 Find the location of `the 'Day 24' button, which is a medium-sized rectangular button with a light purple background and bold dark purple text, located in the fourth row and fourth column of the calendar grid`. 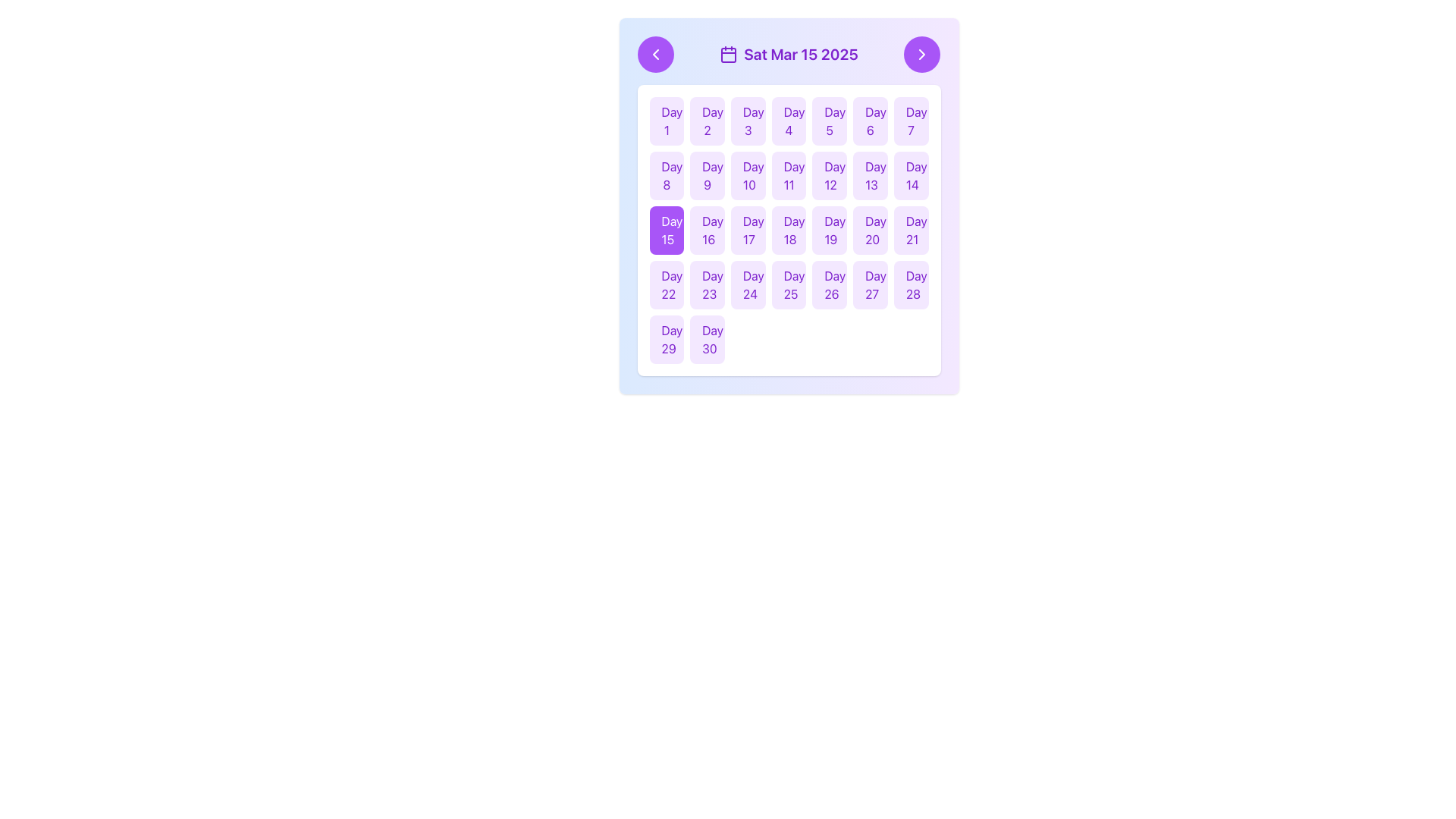

the 'Day 24' button, which is a medium-sized rectangular button with a light purple background and bold dark purple text, located in the fourth row and fourth column of the calendar grid is located at coordinates (748, 284).